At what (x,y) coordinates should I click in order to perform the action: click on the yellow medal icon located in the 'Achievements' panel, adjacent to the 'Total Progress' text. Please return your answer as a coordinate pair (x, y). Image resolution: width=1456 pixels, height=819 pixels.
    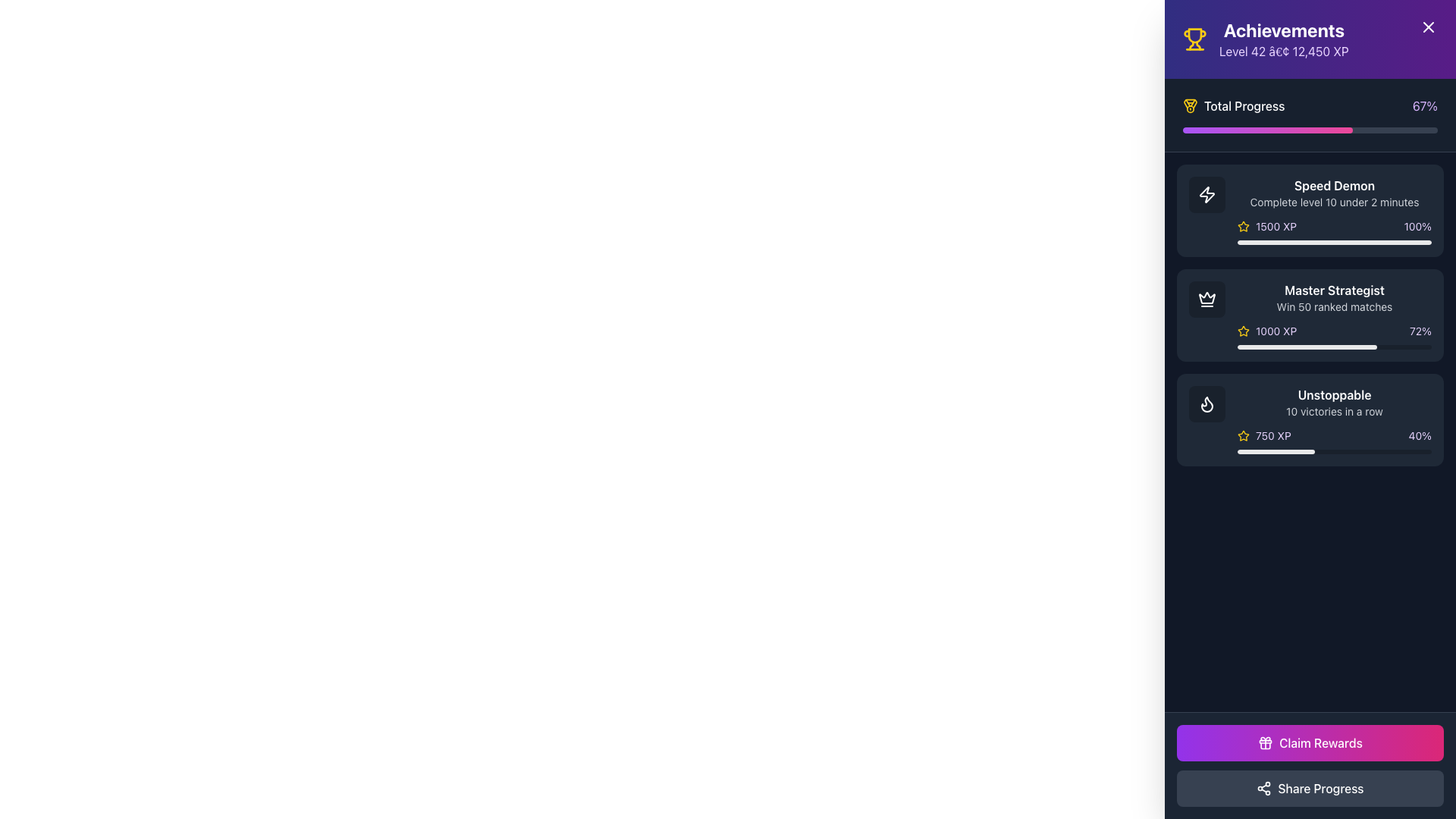
    Looking at the image, I should click on (1189, 103).